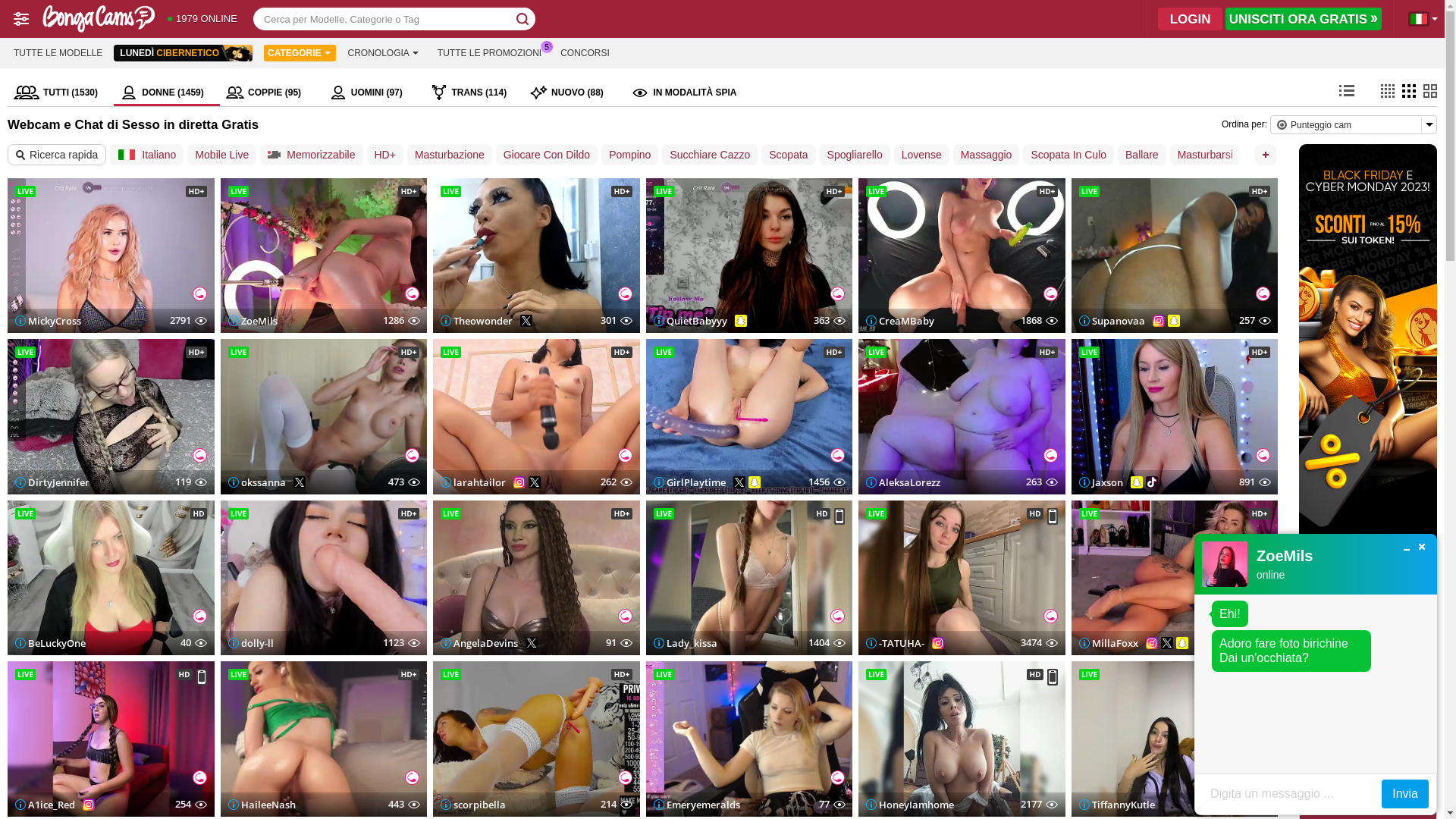  Describe the element at coordinates (1116, 803) in the screenshot. I see `'TiffannyKutle'` at that location.